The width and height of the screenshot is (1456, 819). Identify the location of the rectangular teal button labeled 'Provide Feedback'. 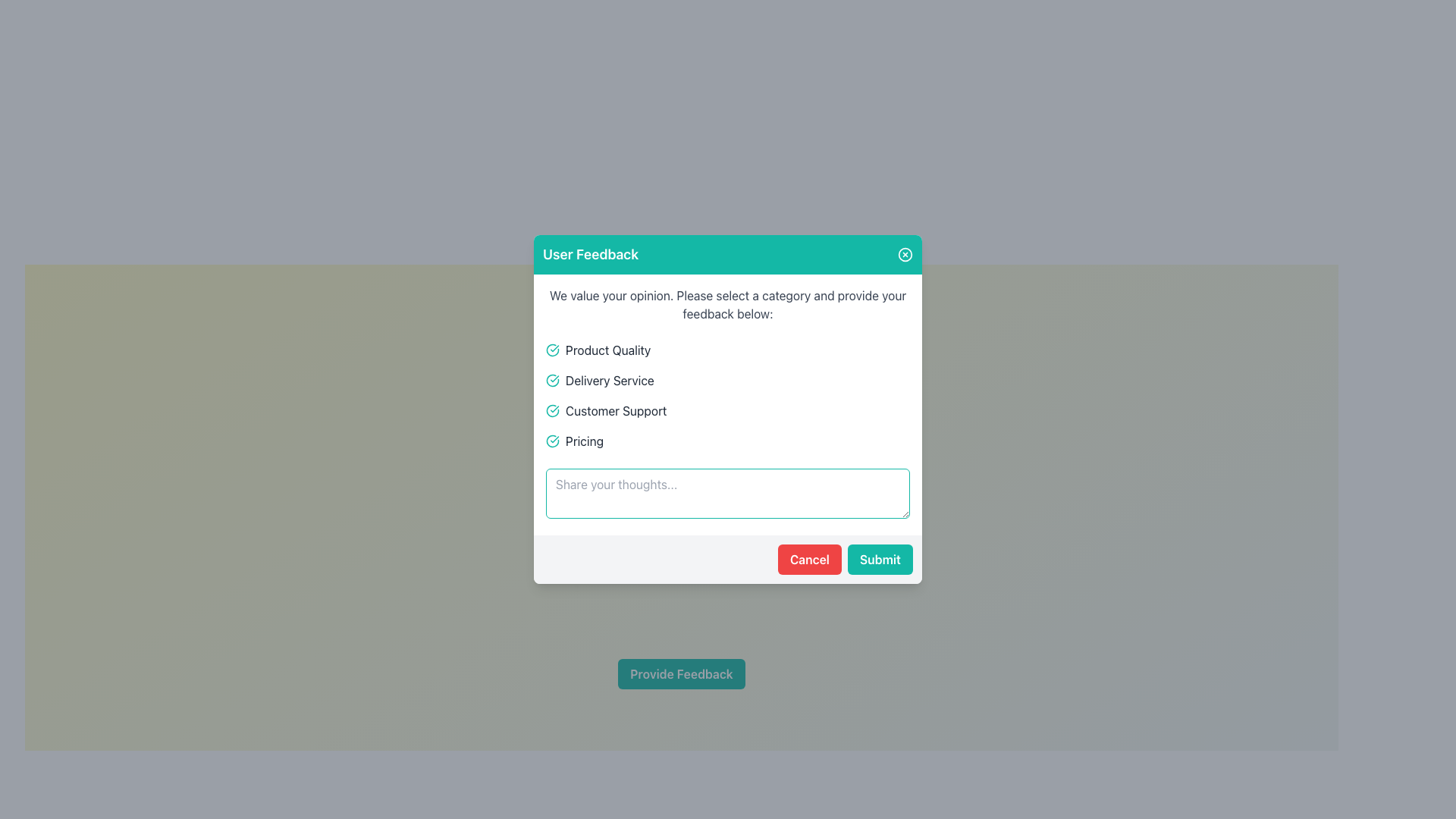
(680, 673).